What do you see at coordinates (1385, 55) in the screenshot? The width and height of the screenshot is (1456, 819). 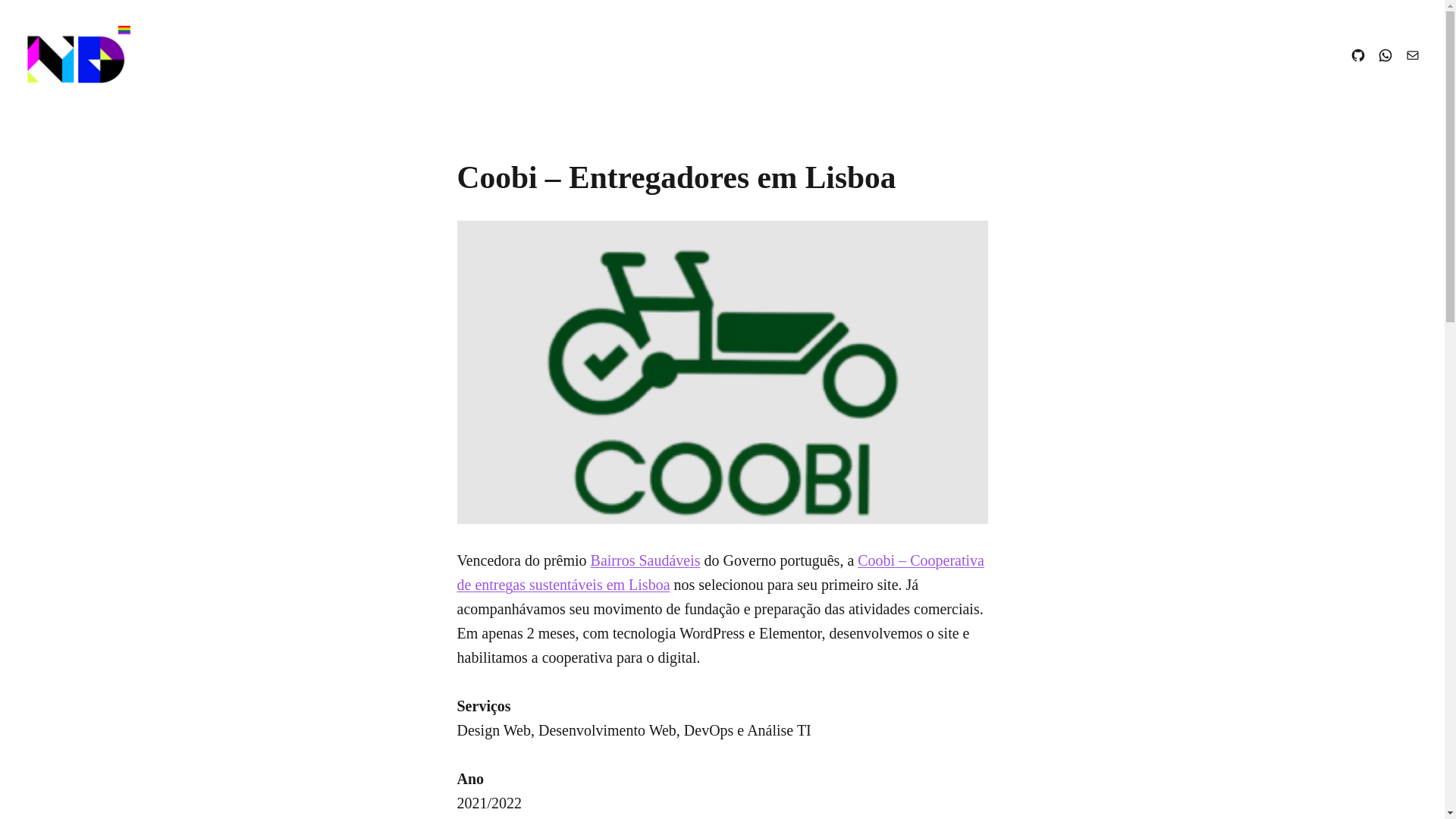 I see `'WhatsApp'` at bounding box center [1385, 55].